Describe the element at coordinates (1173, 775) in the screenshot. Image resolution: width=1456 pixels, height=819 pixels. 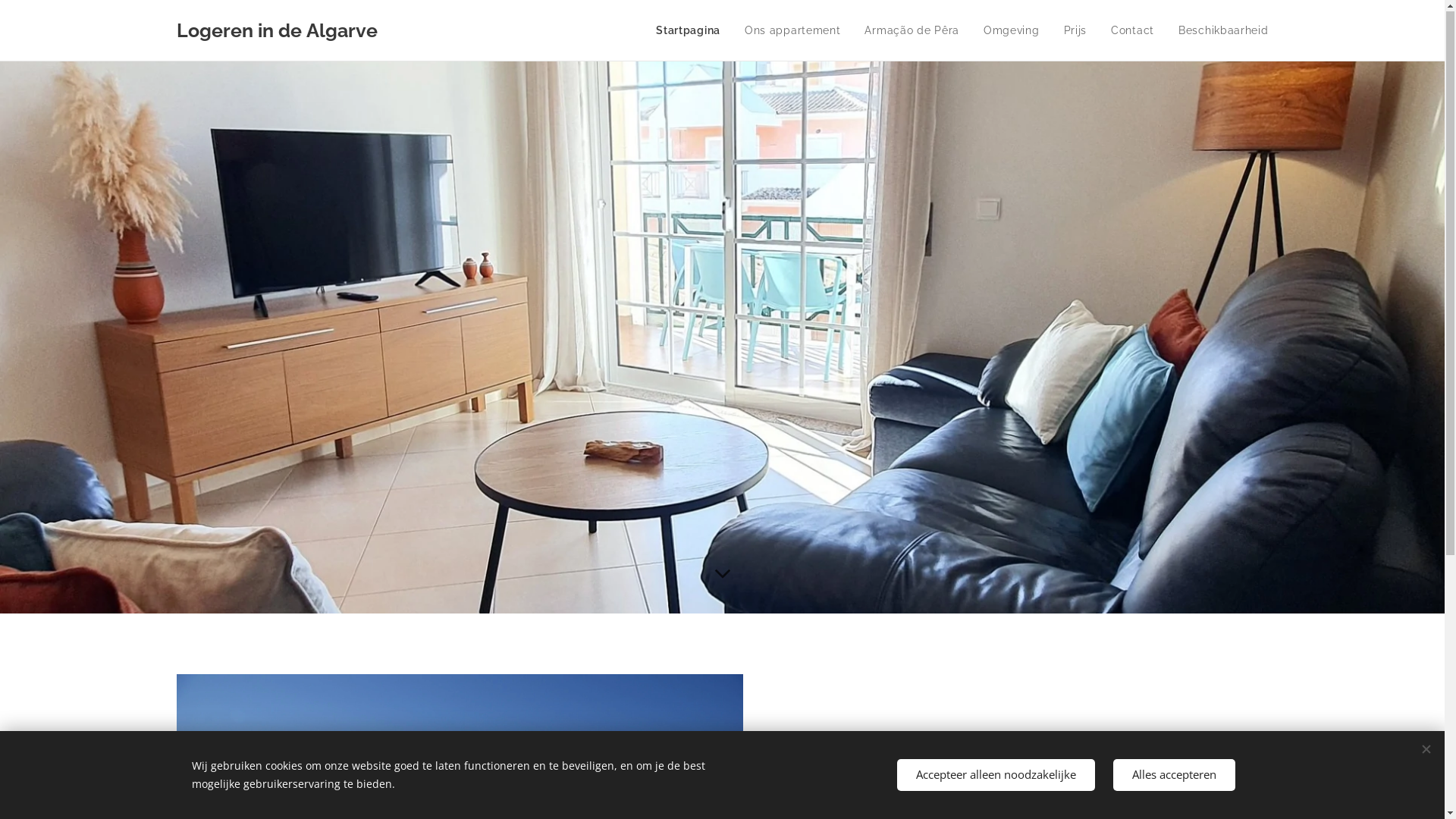
I see `'Alles accepteren'` at that location.